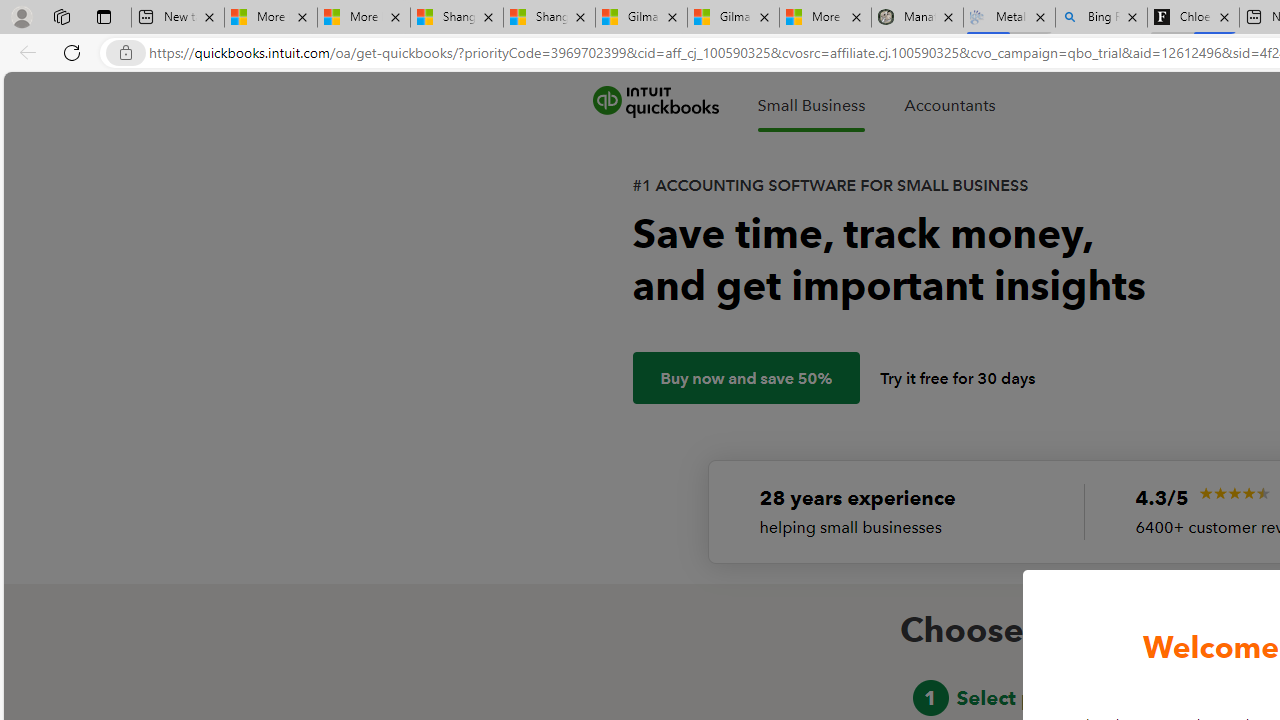 Image resolution: width=1280 pixels, height=720 pixels. I want to click on 'Accountants', so click(948, 105).